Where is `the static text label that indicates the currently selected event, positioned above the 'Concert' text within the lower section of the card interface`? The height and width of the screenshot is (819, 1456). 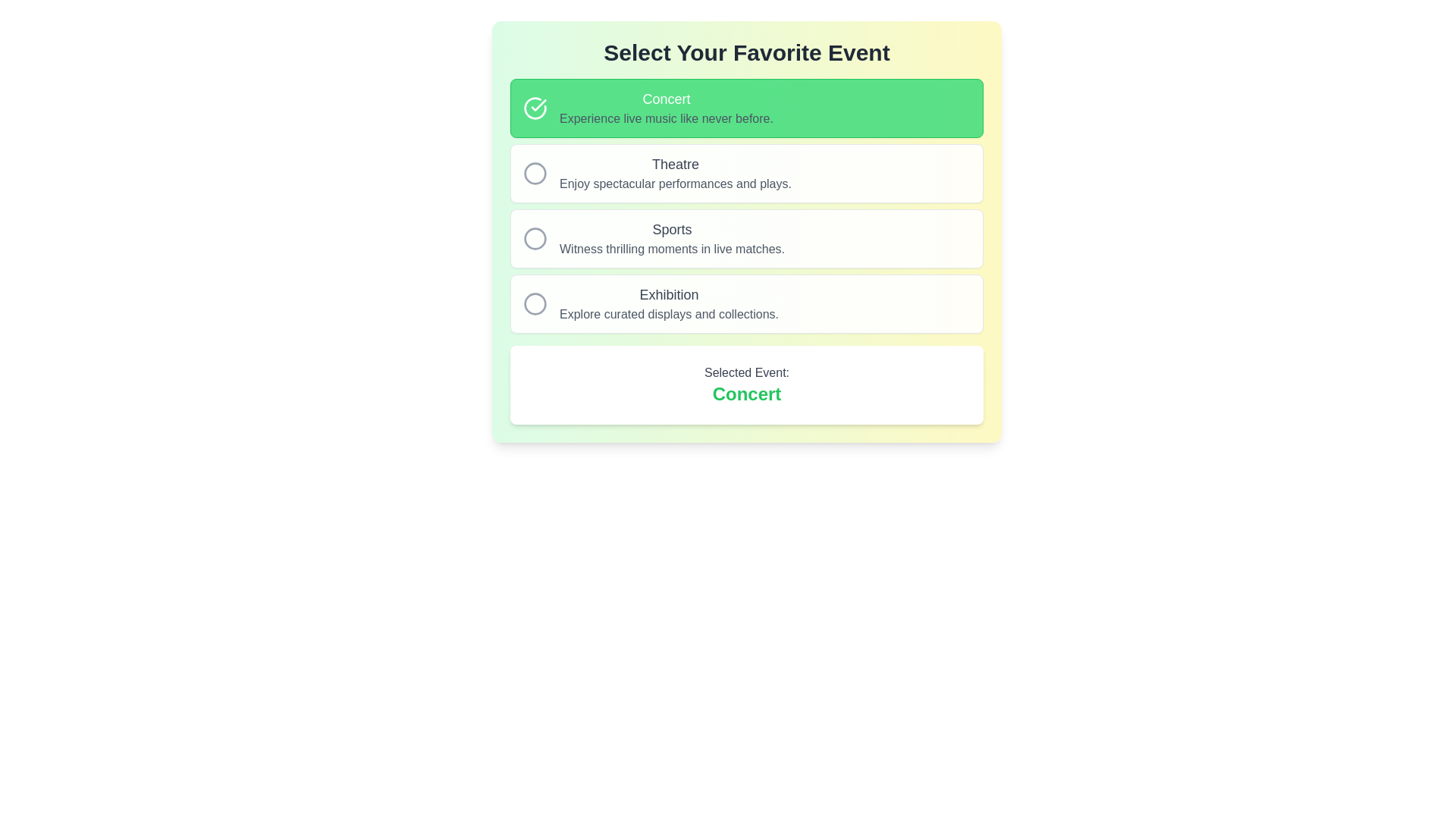
the static text label that indicates the currently selected event, positioned above the 'Concert' text within the lower section of the card interface is located at coordinates (746, 373).